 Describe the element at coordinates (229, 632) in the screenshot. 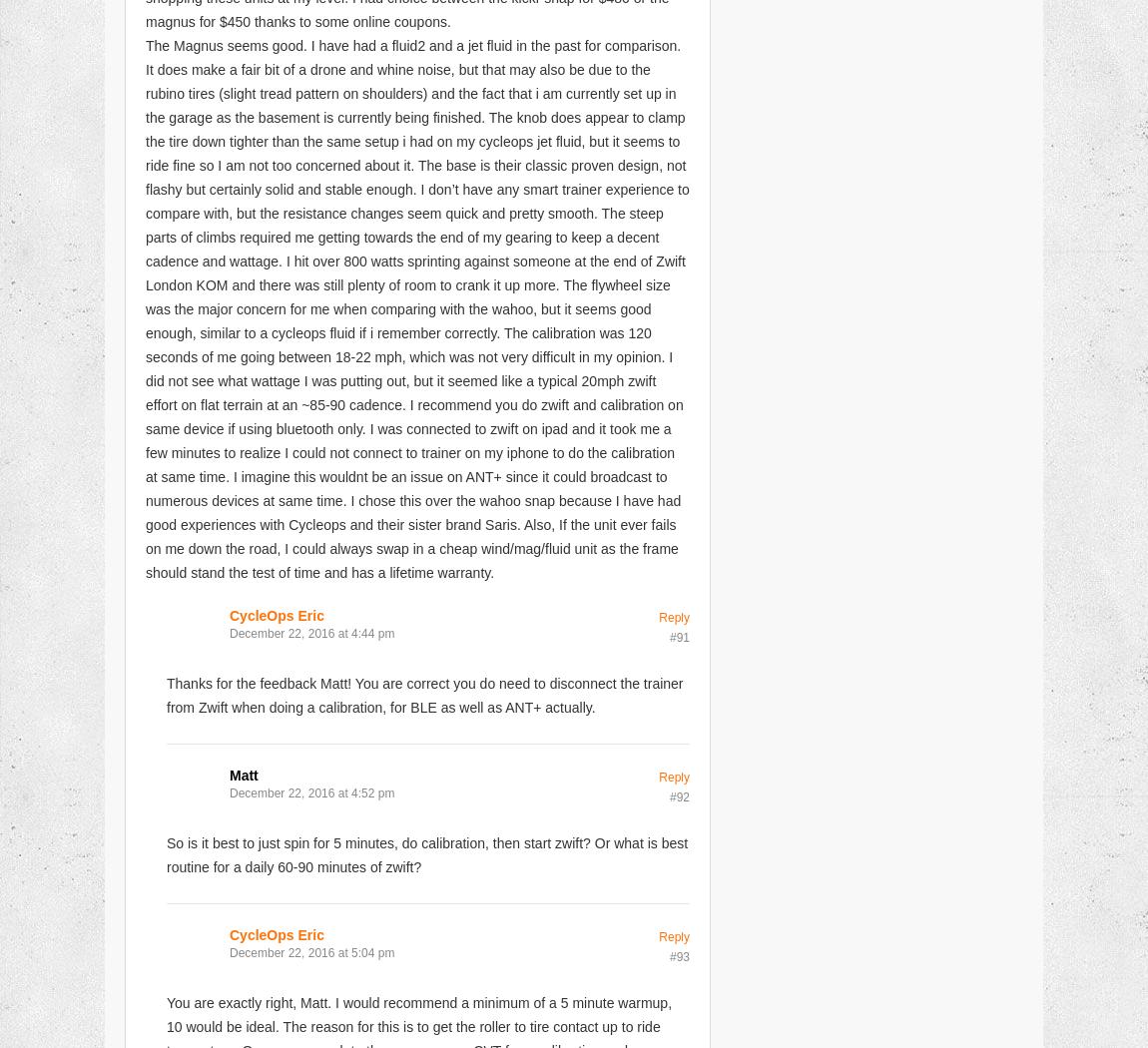

I see `'December 22, 2016 at 4:44 pm'` at that location.